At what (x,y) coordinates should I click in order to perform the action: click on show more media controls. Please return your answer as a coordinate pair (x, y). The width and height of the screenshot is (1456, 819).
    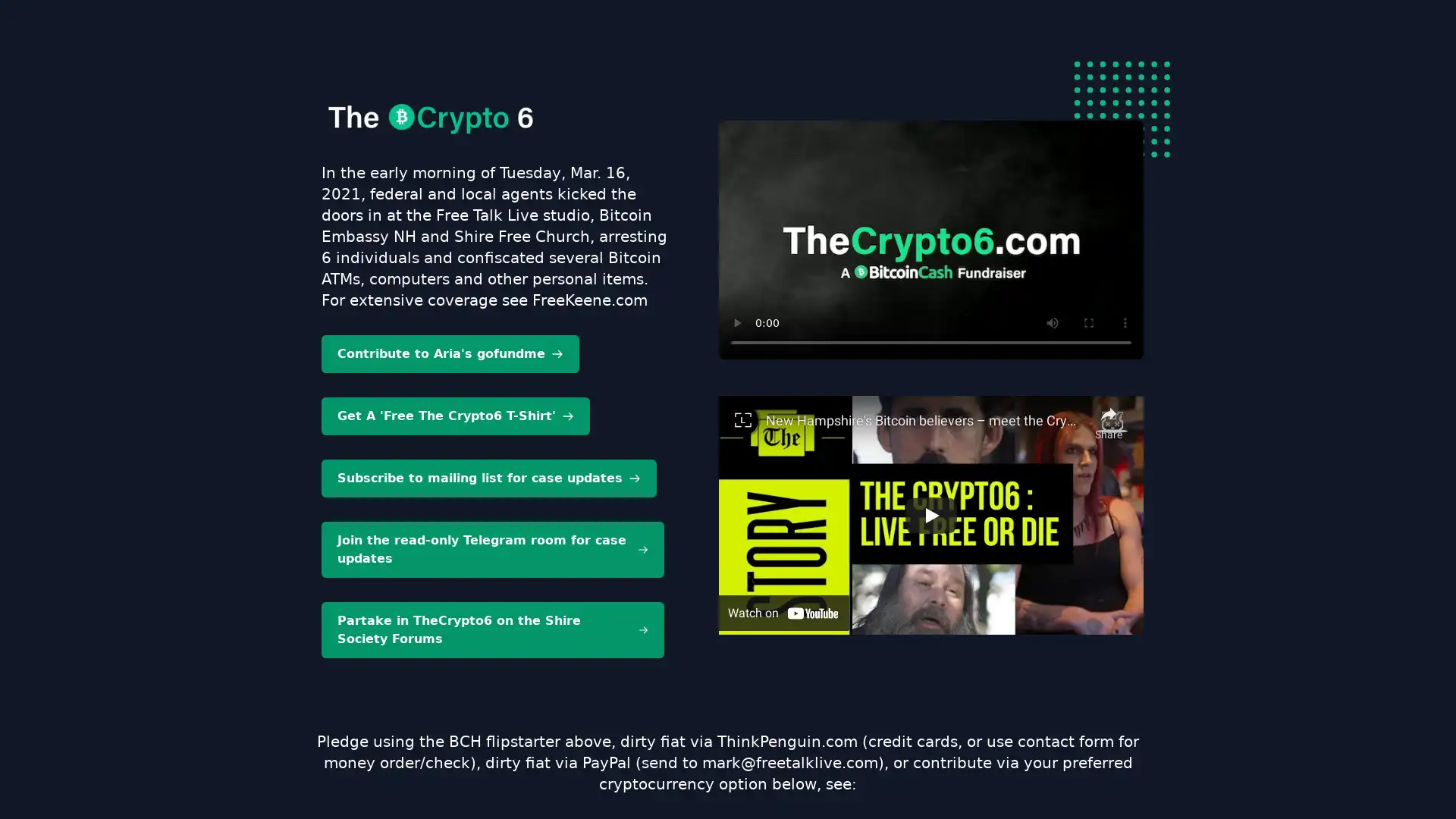
    Looking at the image, I should click on (1125, 322).